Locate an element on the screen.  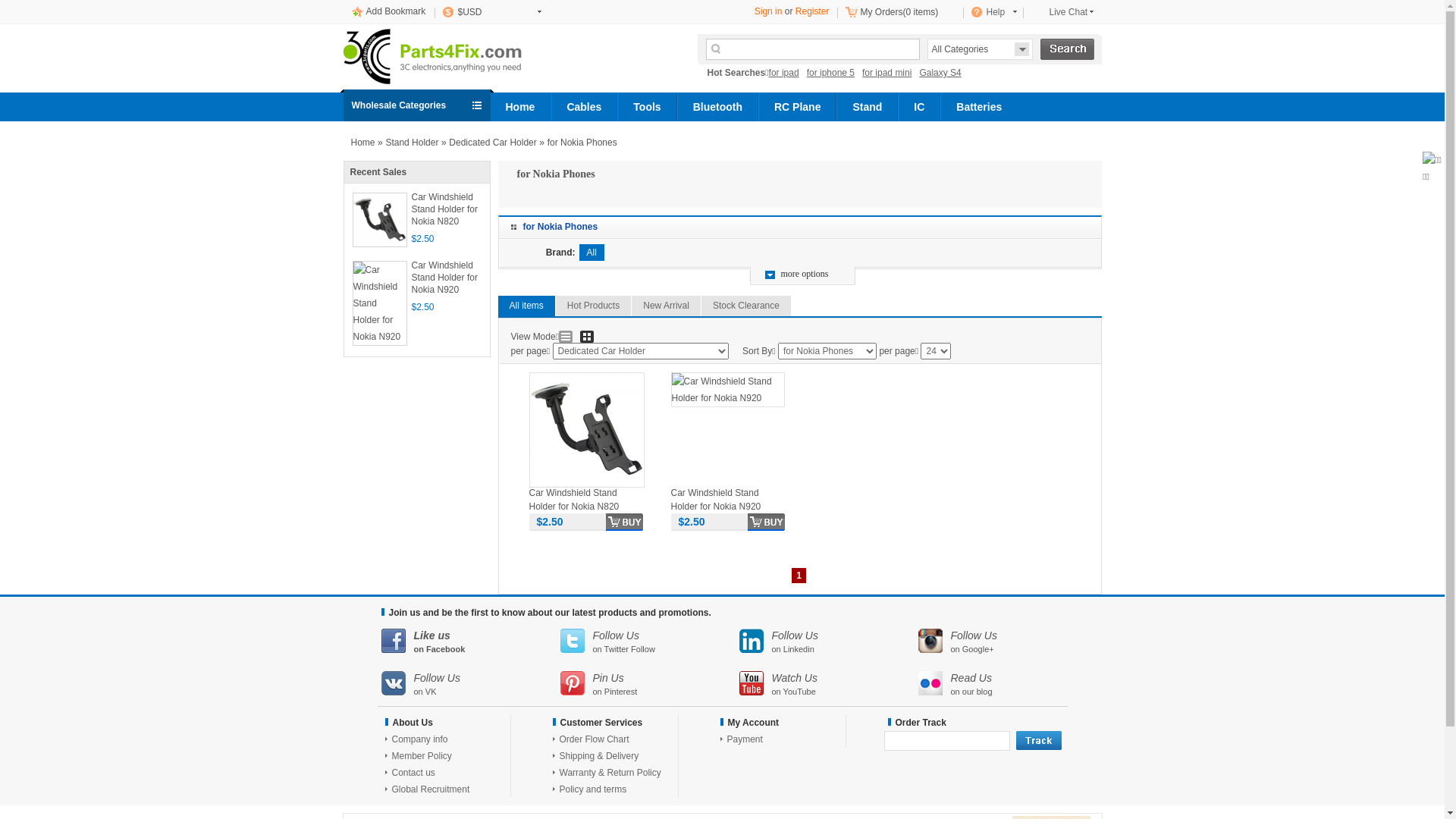
'Galaxy S4' is located at coordinates (918, 73).